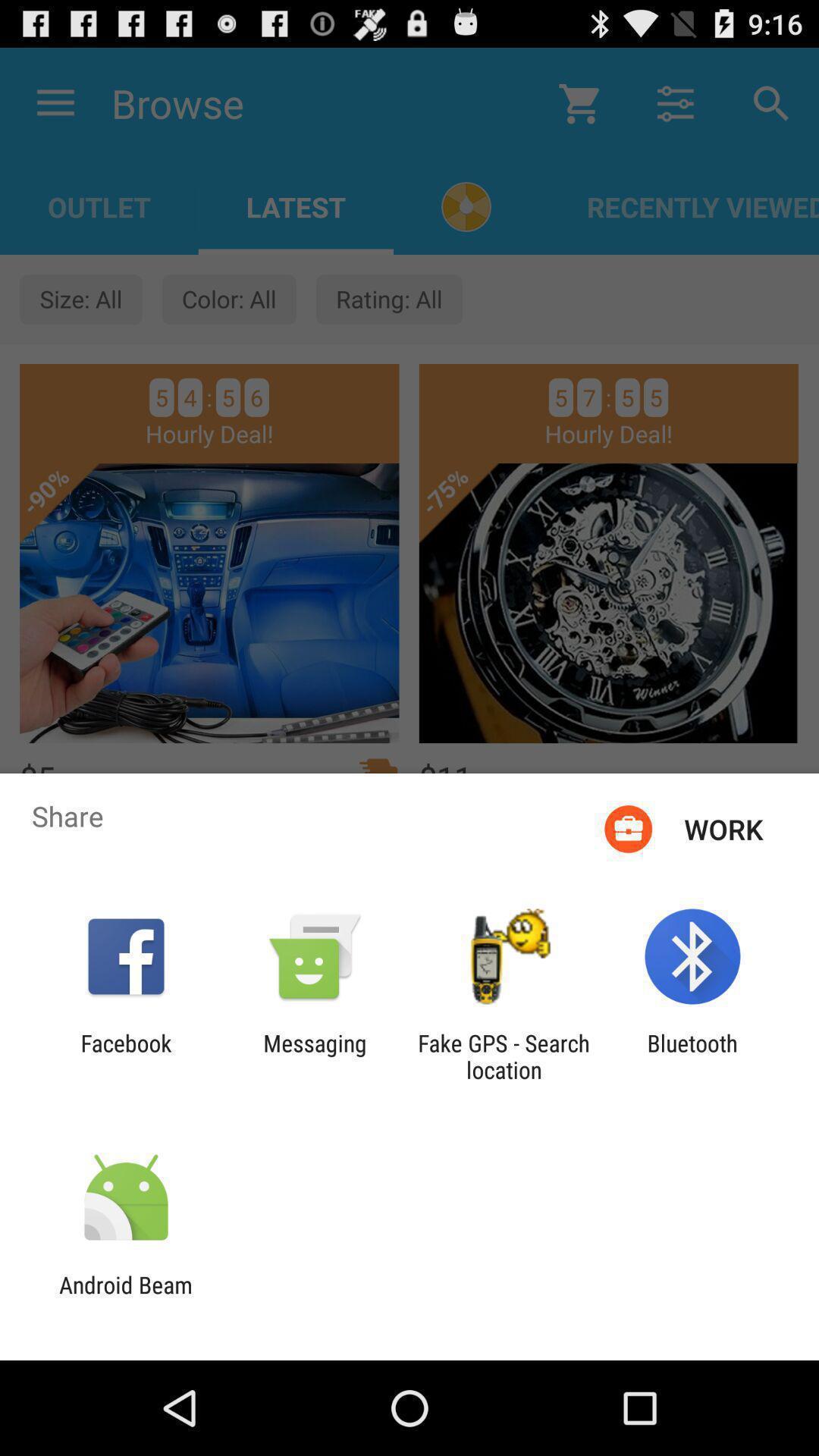 The width and height of the screenshot is (819, 1456). Describe the element at coordinates (314, 1056) in the screenshot. I see `app next to fake gps search item` at that location.